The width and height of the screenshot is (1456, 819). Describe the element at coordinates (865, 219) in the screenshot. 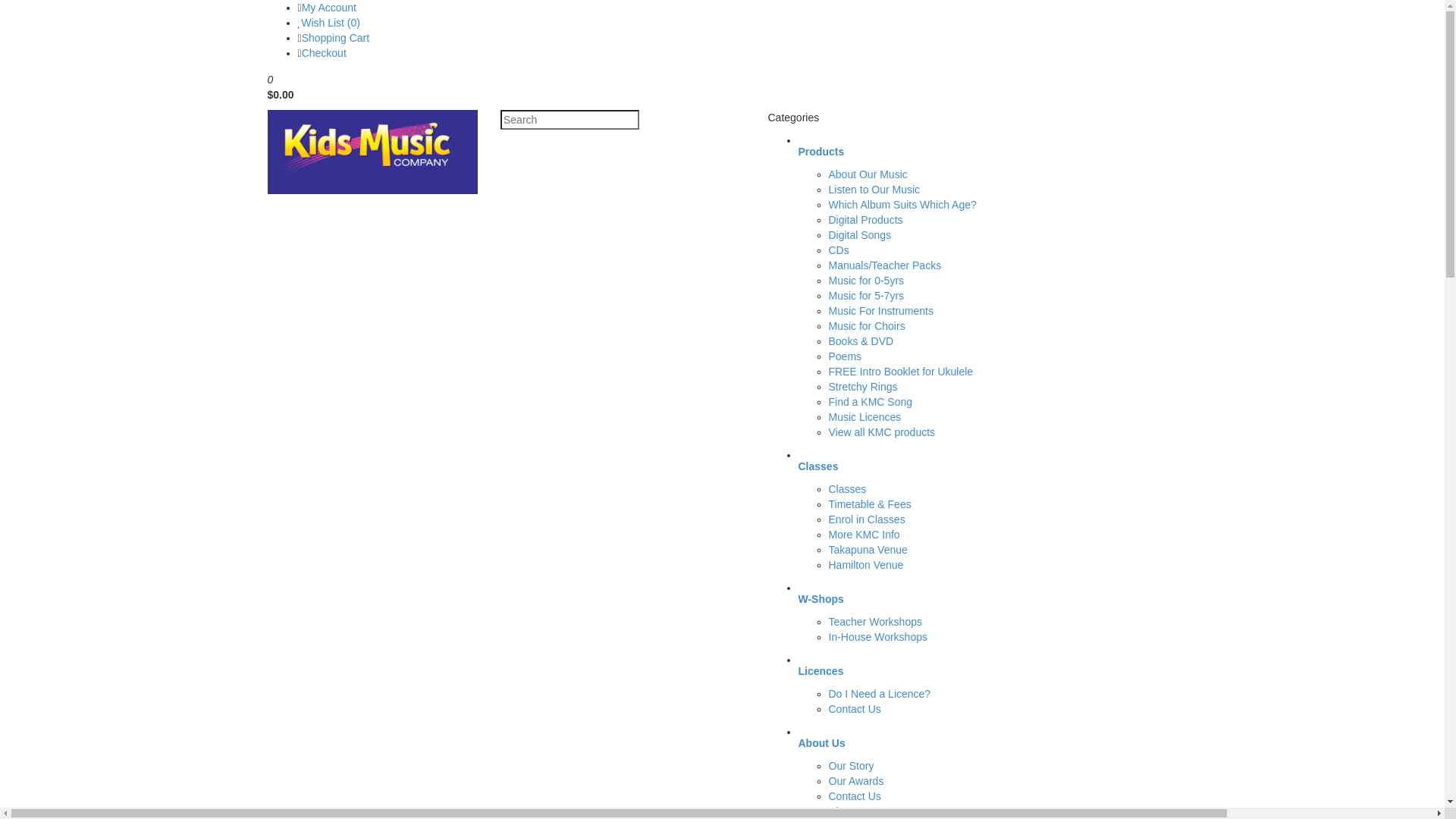

I see `'Digital Products'` at that location.